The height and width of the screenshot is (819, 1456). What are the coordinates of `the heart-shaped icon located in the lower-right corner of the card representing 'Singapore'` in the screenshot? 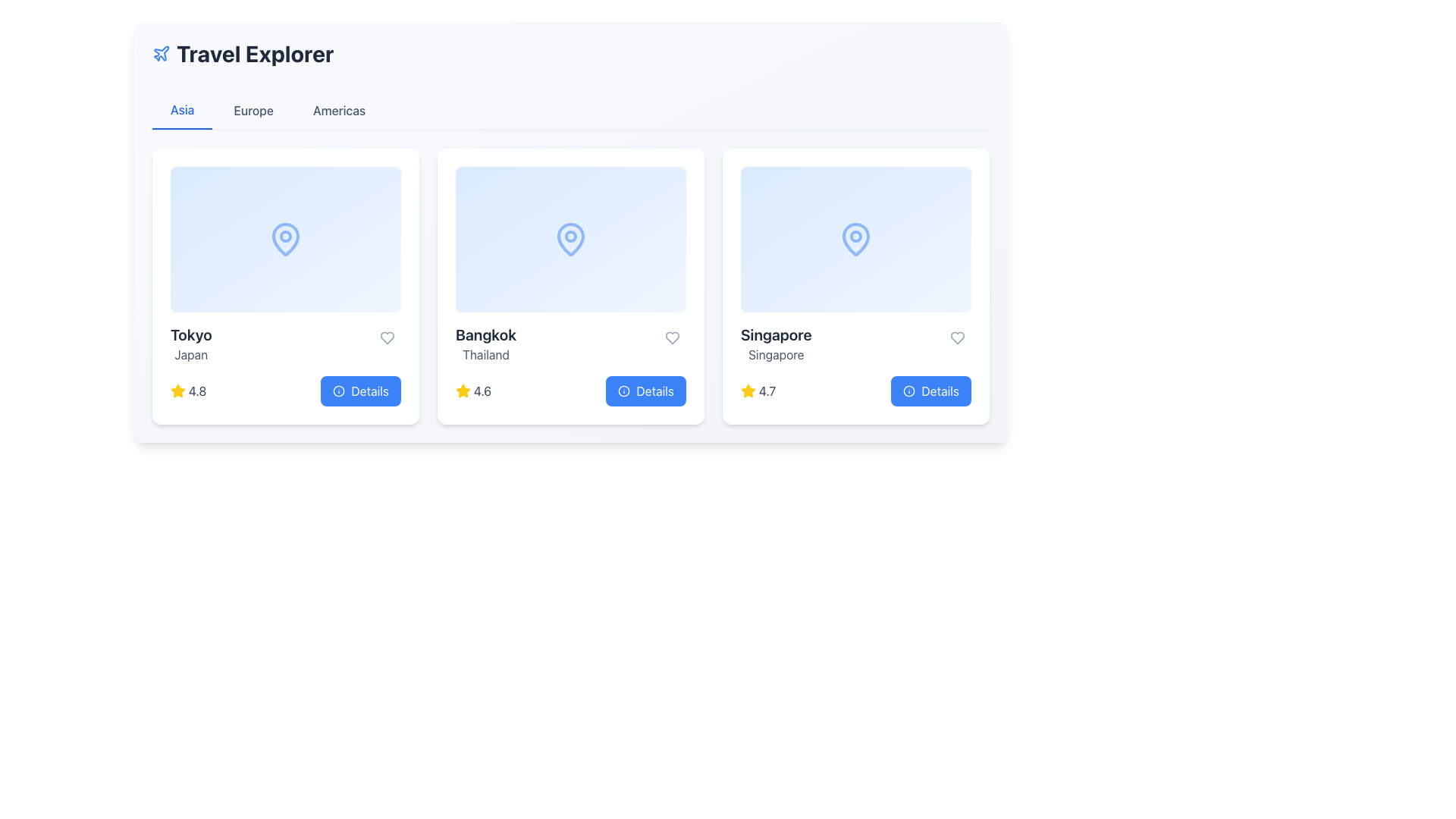 It's located at (956, 337).